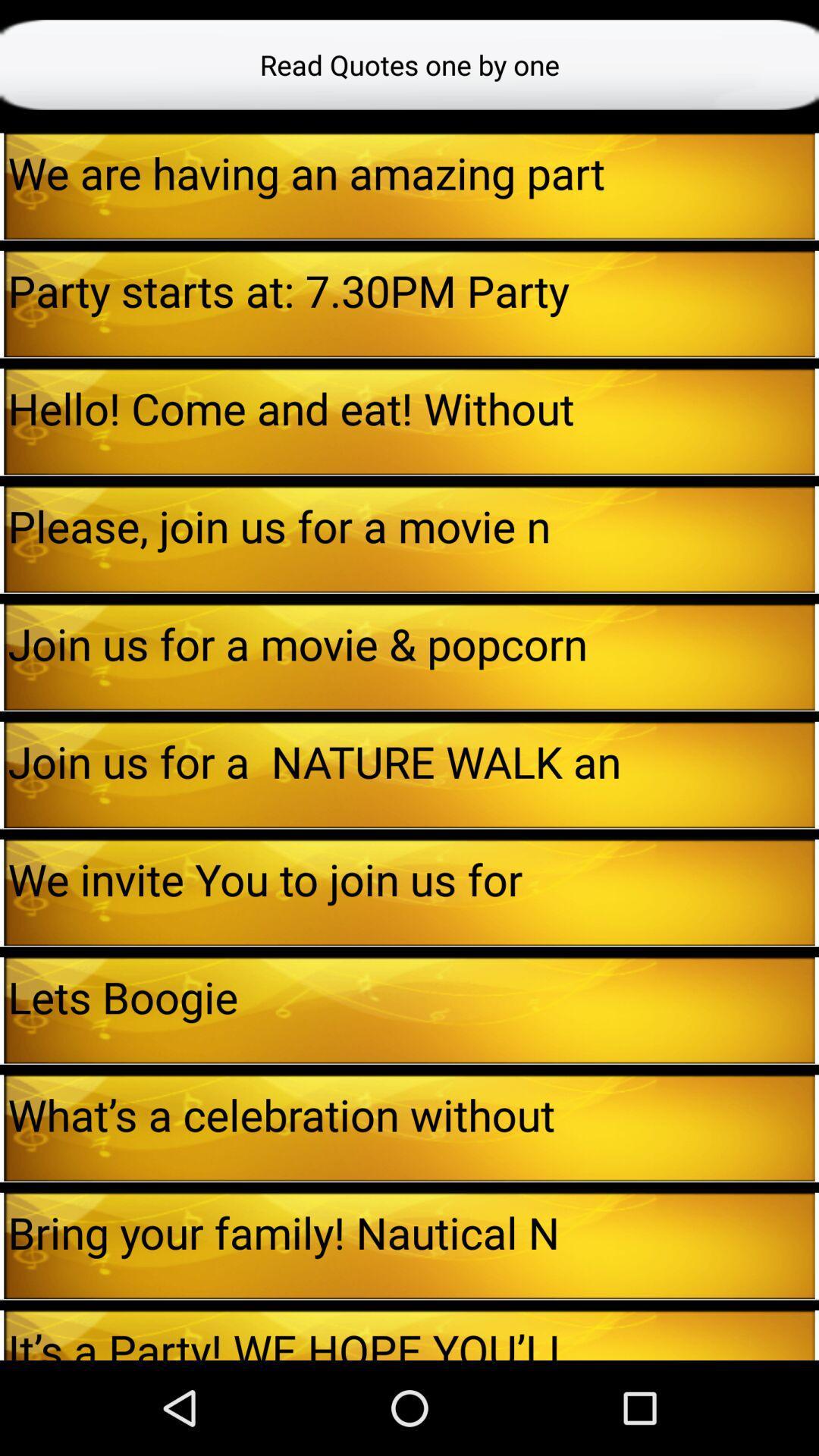 The height and width of the screenshot is (1456, 819). What do you see at coordinates (816, 774) in the screenshot?
I see `the icon to the right of join us for` at bounding box center [816, 774].